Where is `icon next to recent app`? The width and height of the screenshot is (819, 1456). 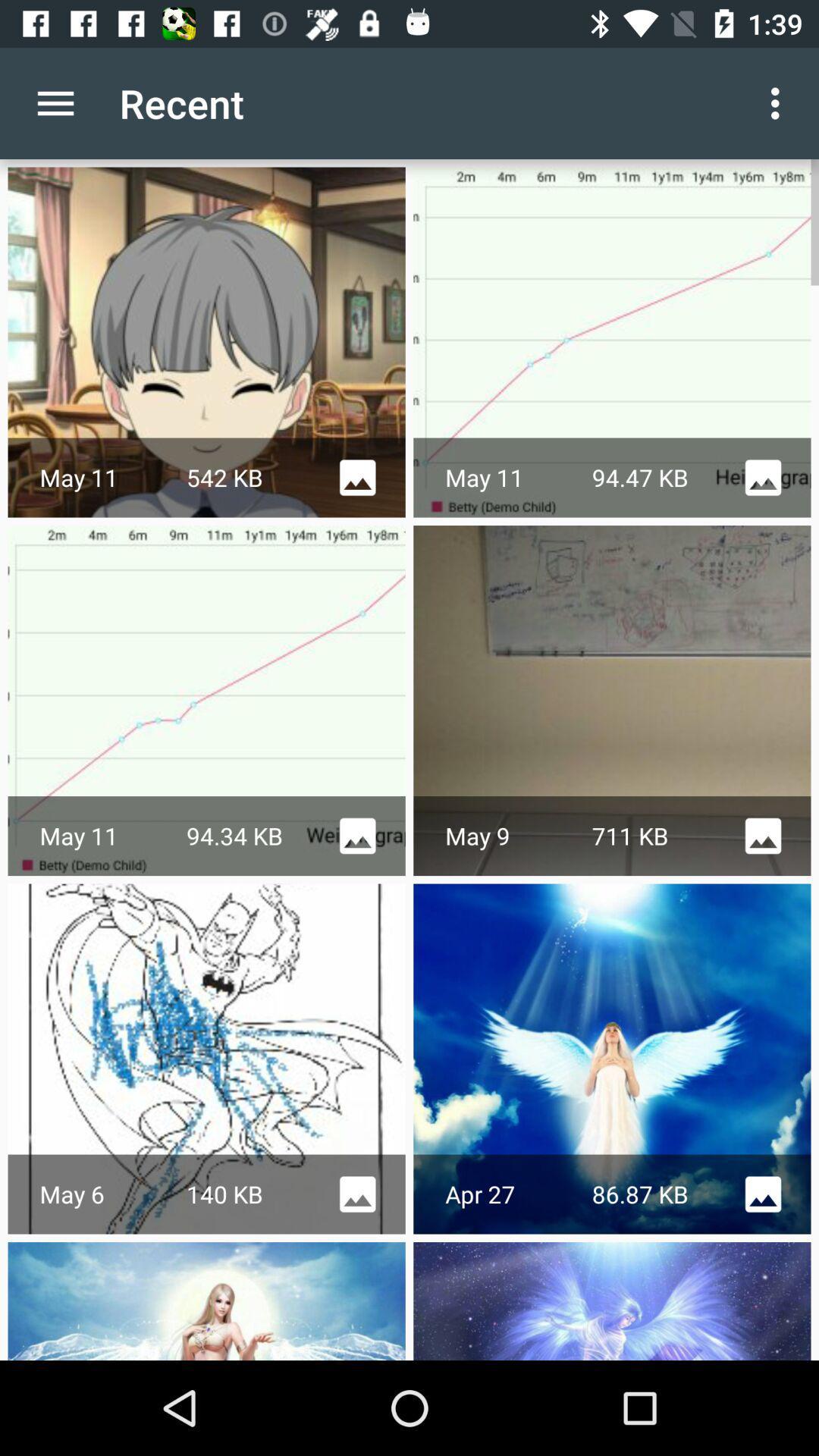 icon next to recent app is located at coordinates (779, 102).